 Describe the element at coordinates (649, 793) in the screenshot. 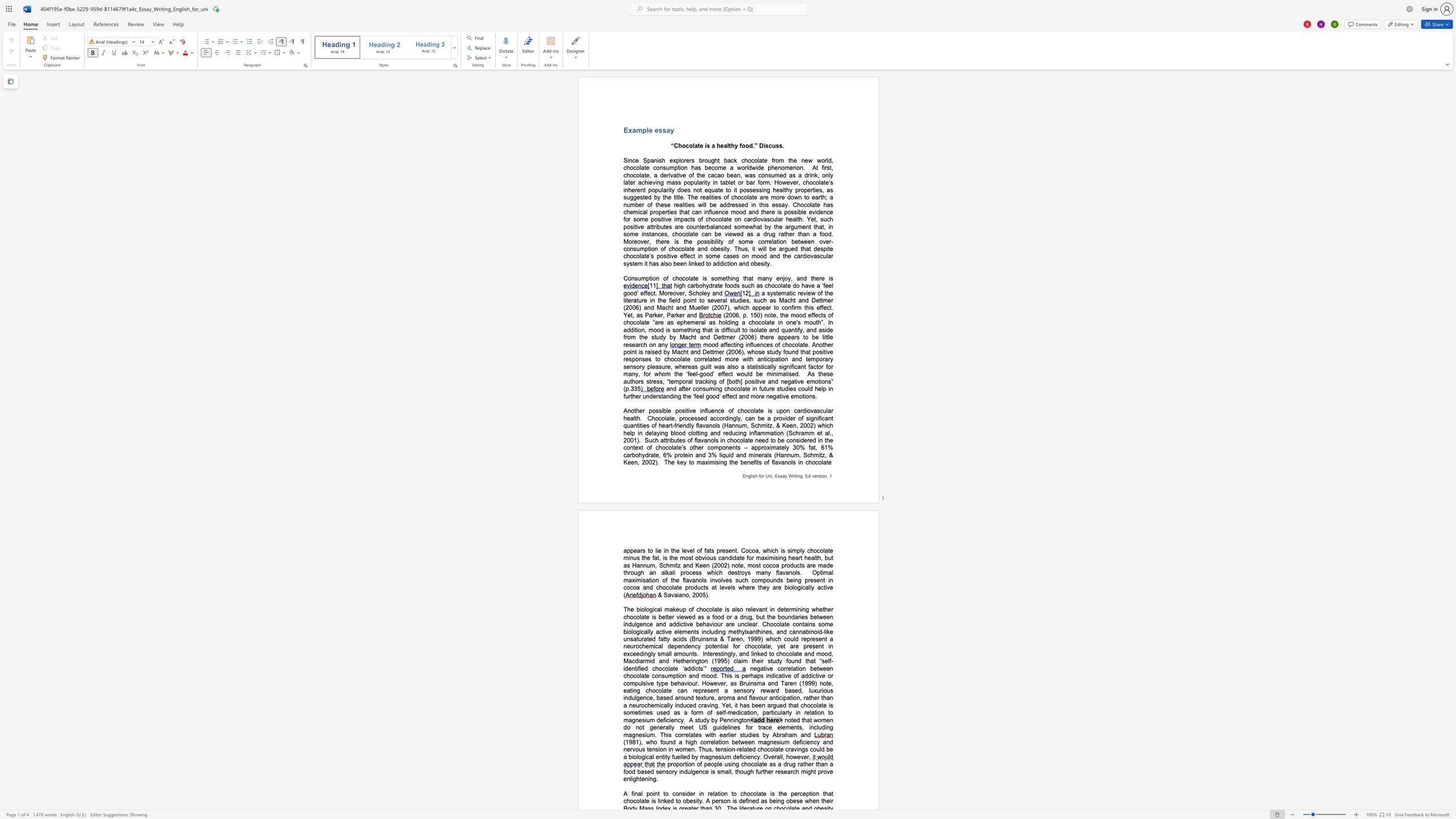

I see `the subset text "oint" within the text "A final point"` at that location.